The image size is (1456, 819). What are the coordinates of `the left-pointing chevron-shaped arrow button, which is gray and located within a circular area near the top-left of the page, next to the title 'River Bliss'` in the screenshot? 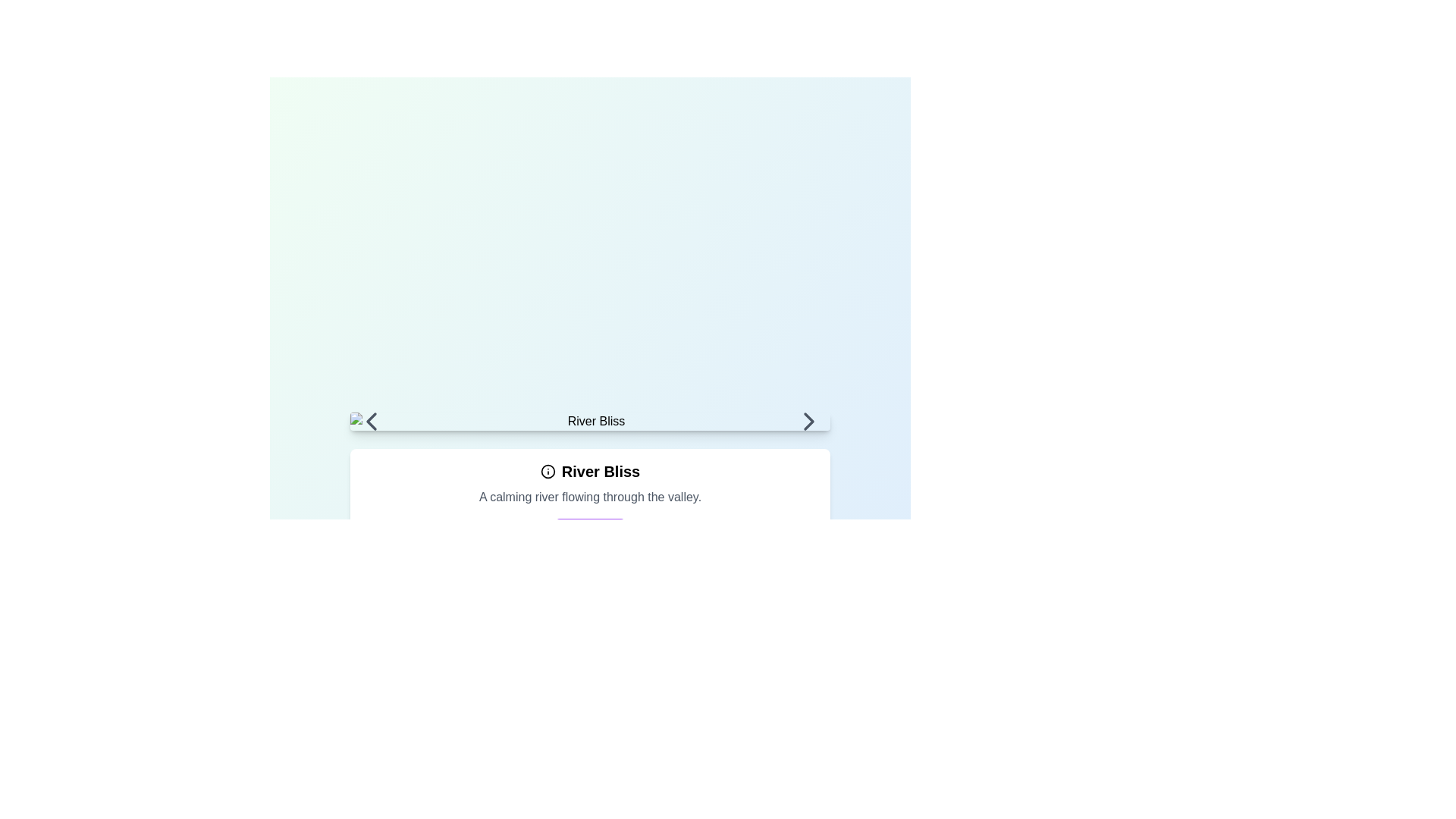 It's located at (371, 421).